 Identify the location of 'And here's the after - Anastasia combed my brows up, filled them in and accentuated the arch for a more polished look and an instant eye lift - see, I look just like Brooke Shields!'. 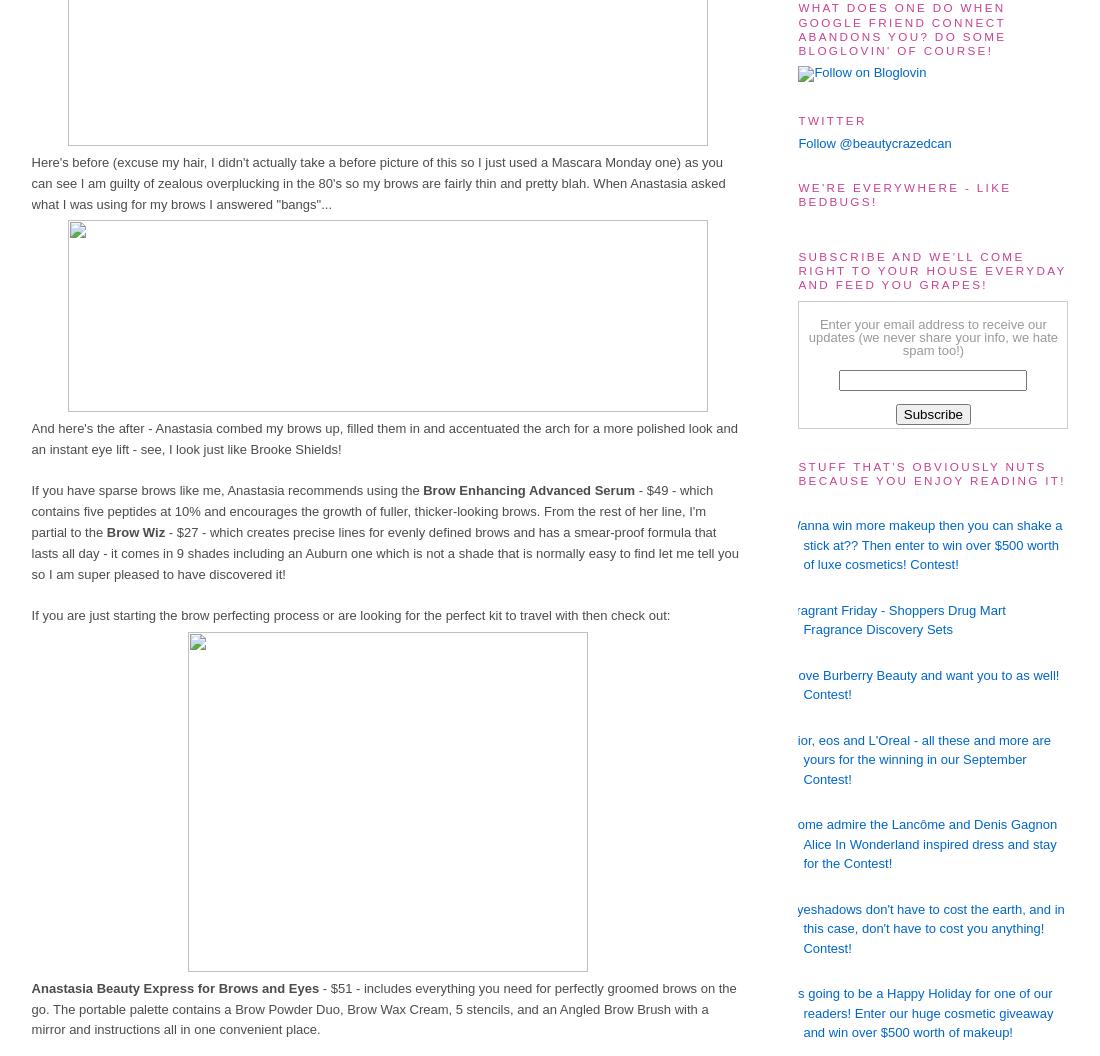
(384, 438).